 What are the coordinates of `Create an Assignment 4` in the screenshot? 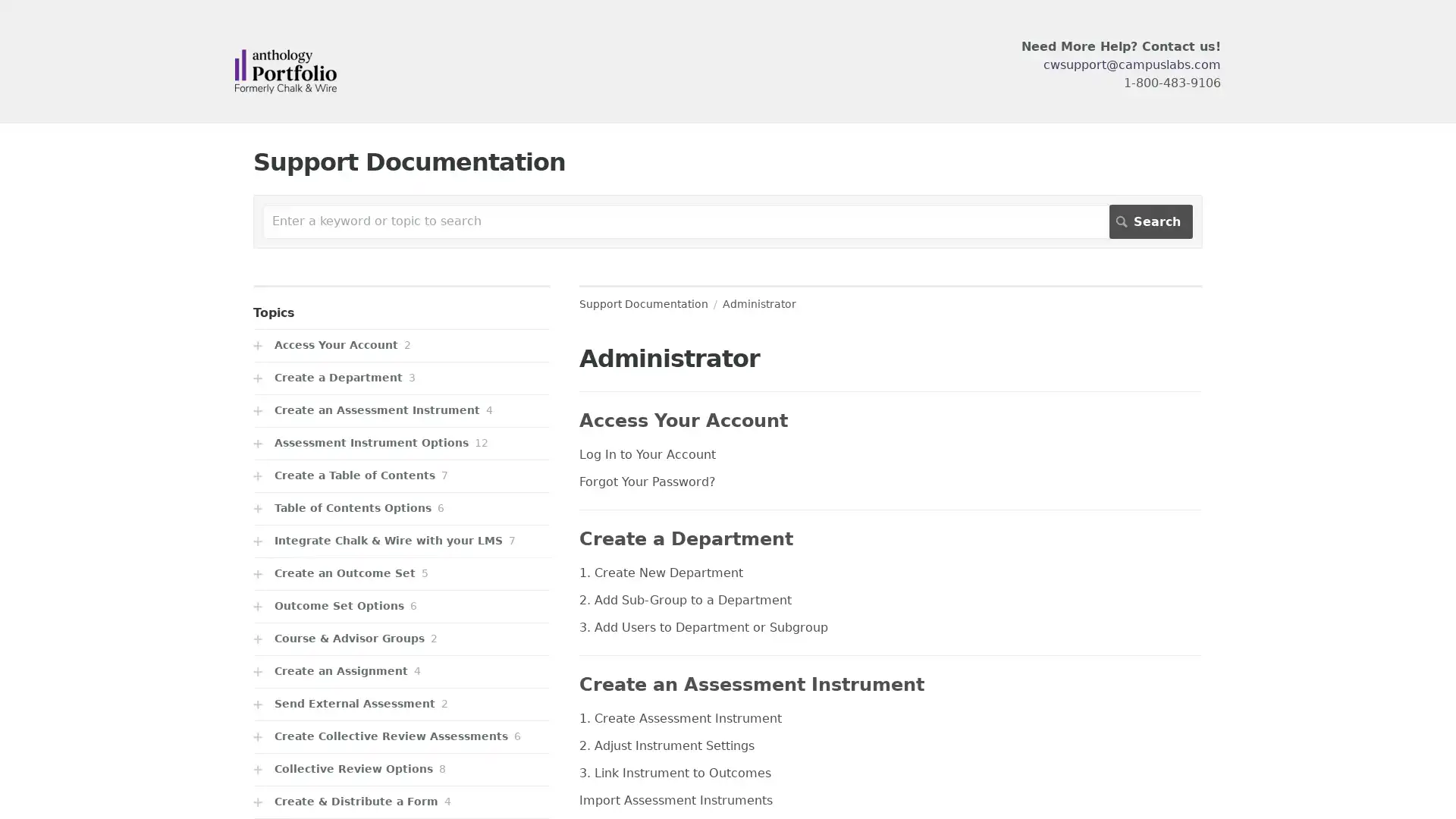 It's located at (401, 670).